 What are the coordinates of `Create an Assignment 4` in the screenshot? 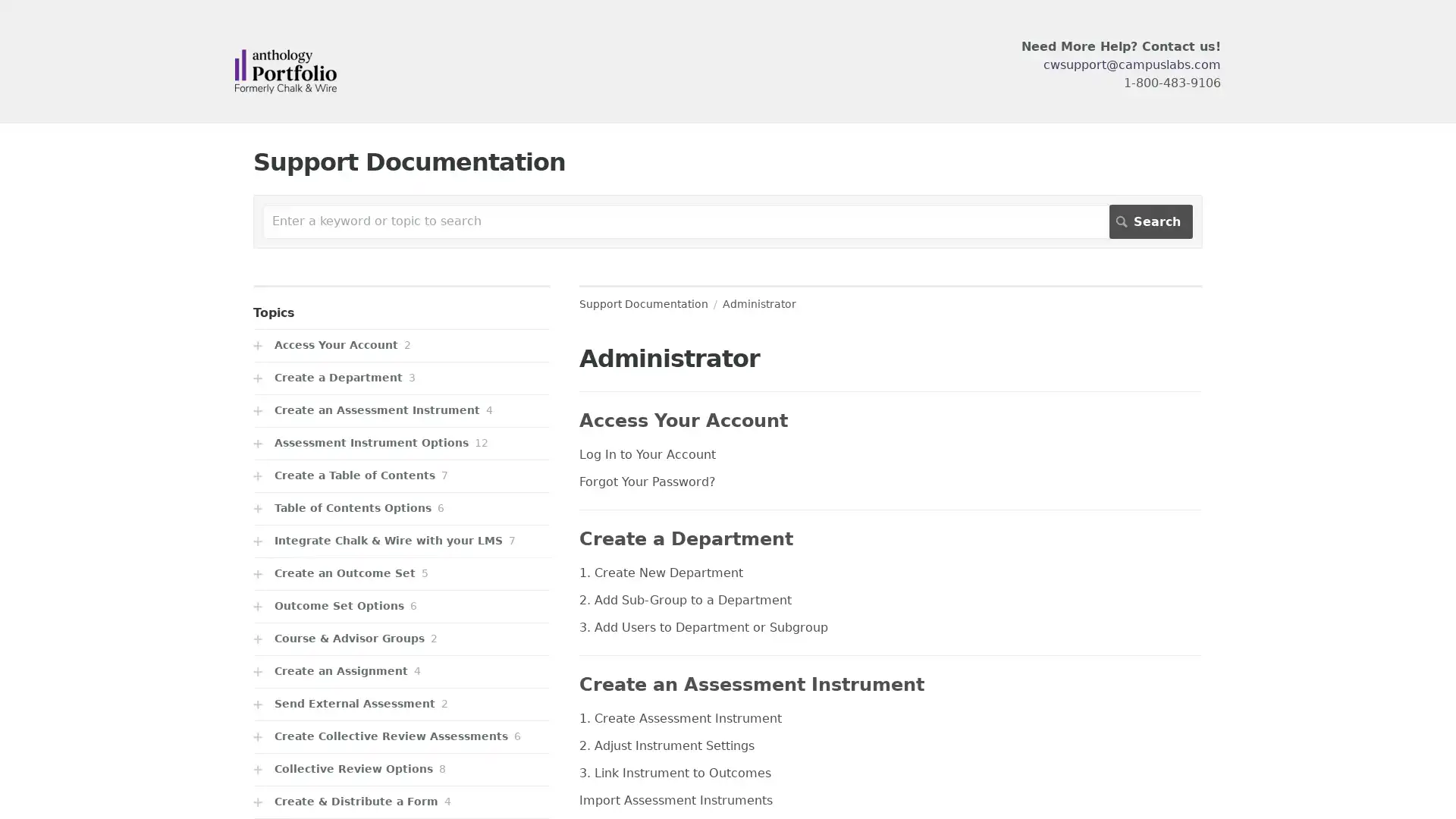 It's located at (401, 670).